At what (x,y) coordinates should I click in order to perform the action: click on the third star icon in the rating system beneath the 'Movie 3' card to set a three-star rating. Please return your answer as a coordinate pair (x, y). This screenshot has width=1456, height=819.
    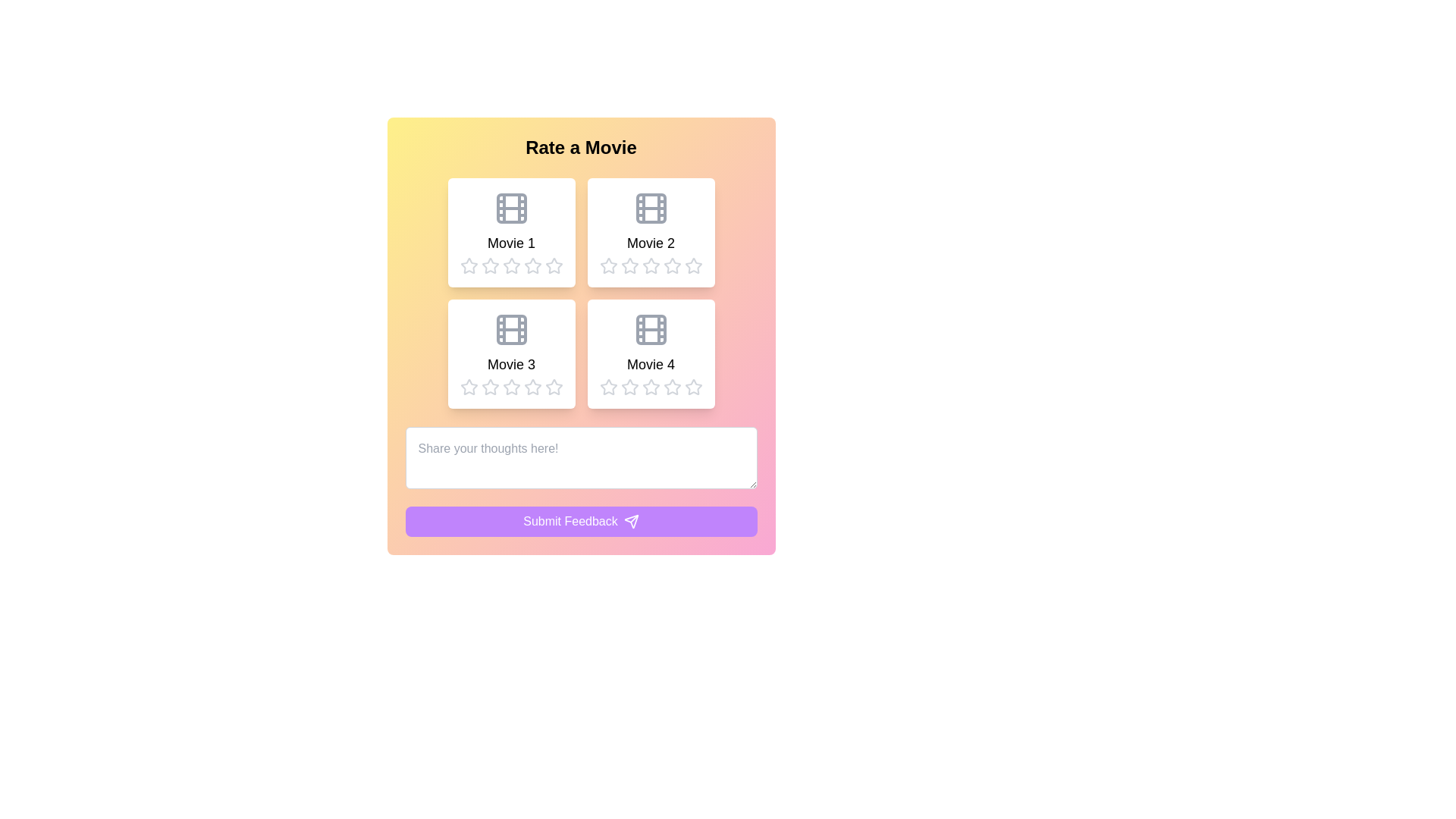
    Looking at the image, I should click on (532, 386).